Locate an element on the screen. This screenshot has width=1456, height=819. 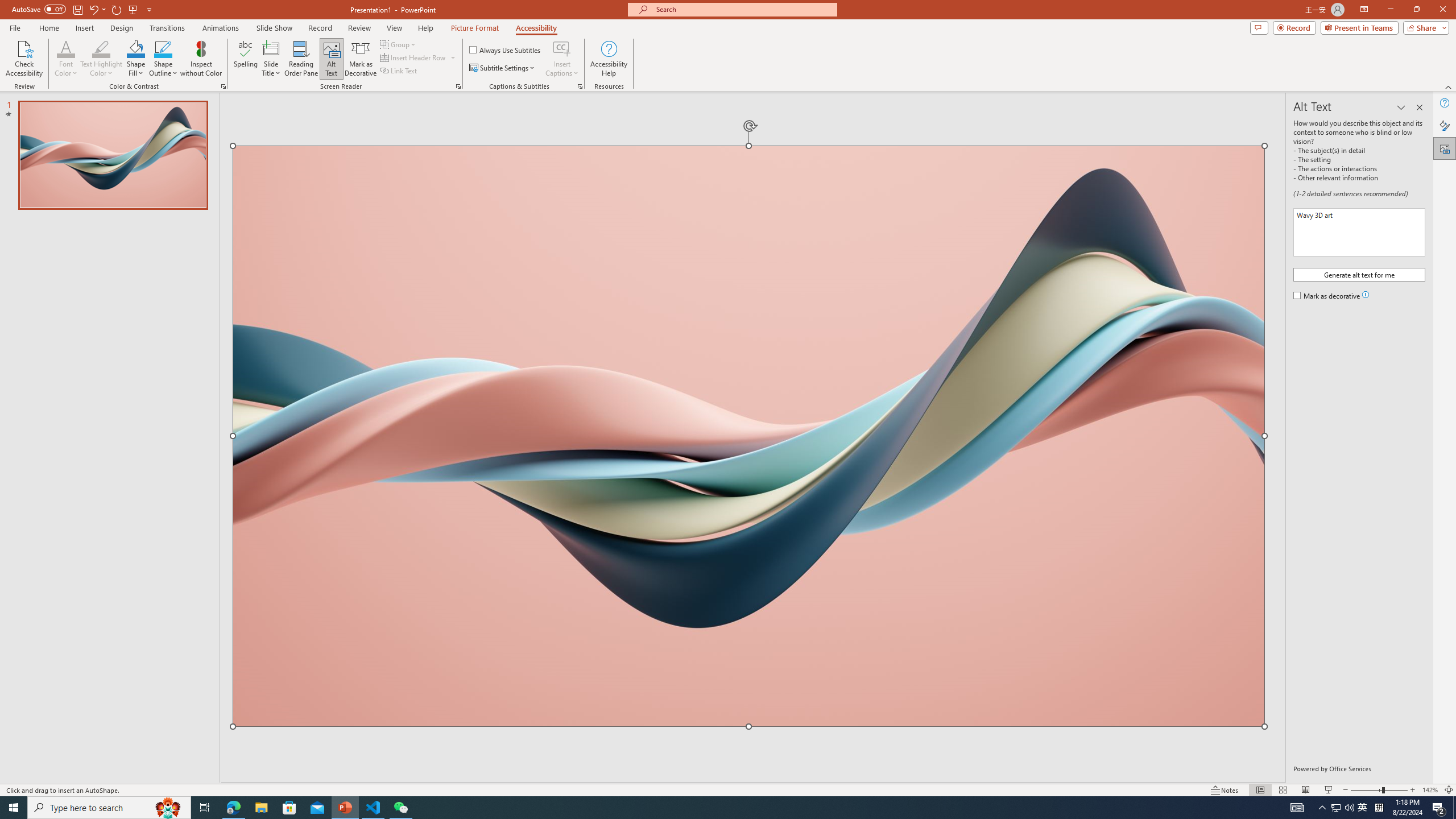
'Accessibility Help' is located at coordinates (609, 59).